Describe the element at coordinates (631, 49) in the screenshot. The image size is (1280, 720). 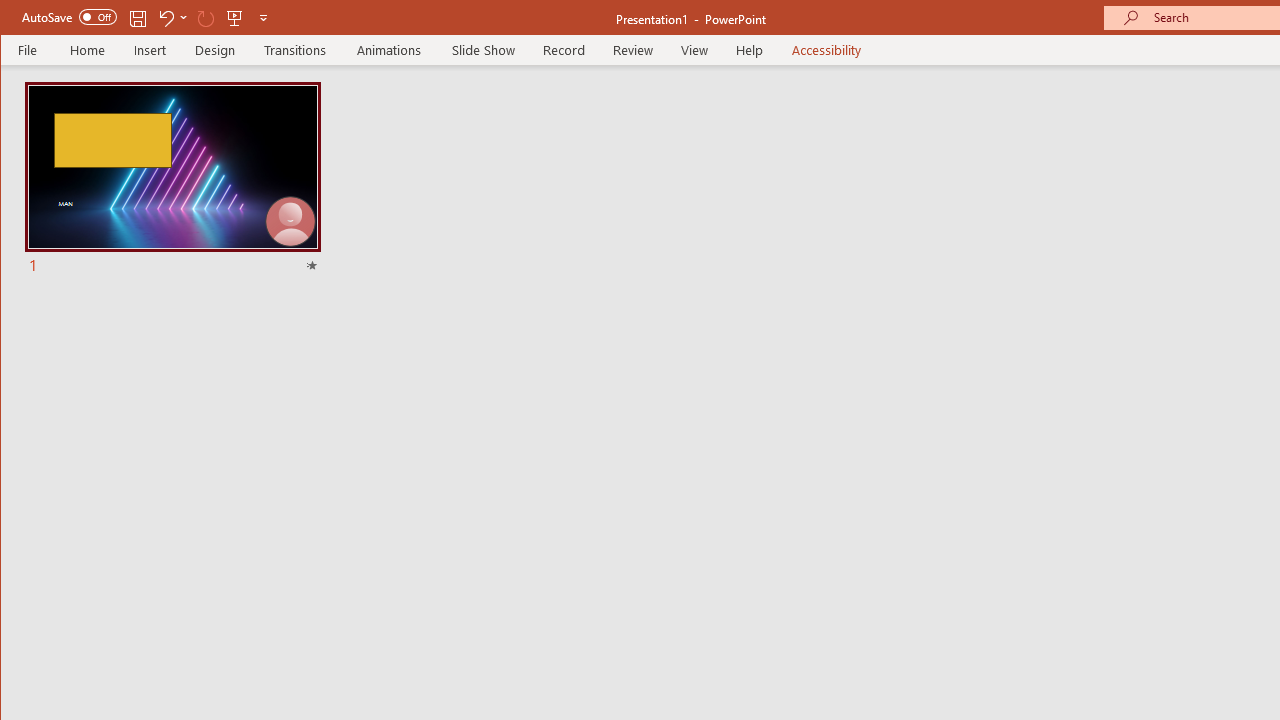
I see `'Review'` at that location.